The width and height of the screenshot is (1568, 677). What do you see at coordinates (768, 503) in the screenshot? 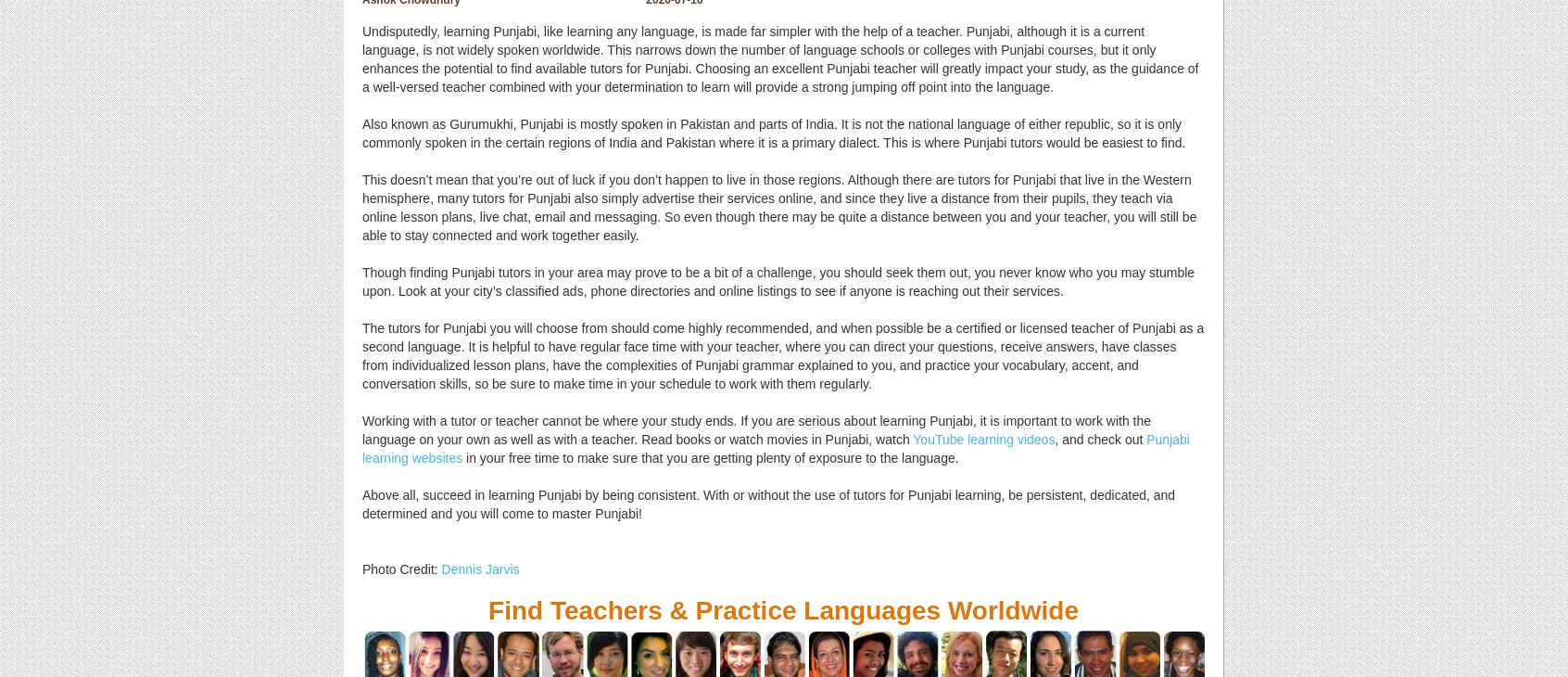
I see `'Above all, succeed in learning Punjabi by being consistent. With or without the use of tutors for Punjabi learning, be persistent, dedicated, and determined and you will come to master Punjabi!'` at bounding box center [768, 503].